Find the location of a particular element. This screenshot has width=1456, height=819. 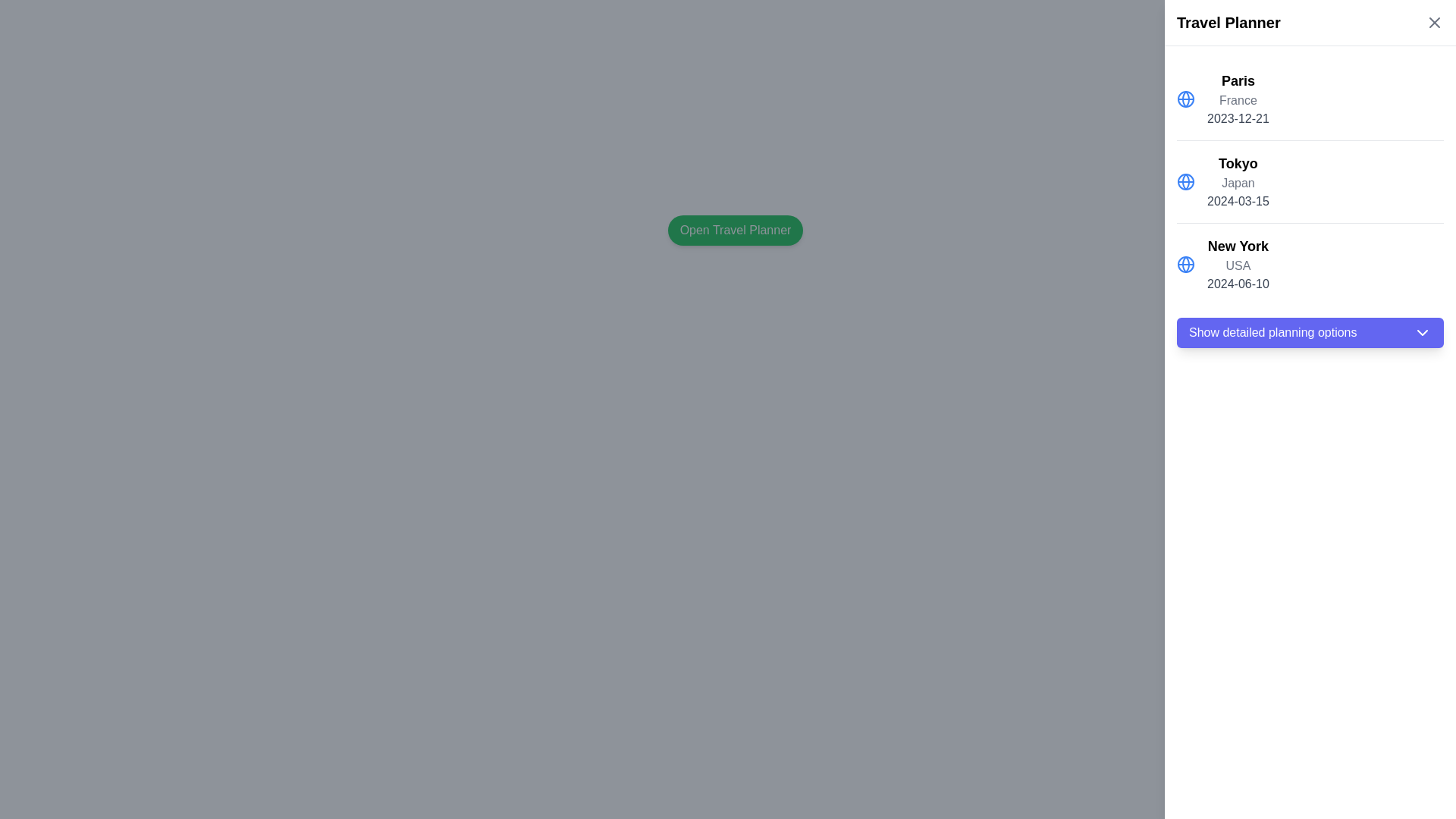

the text label displaying the date '2024-06-10' located in the right-hand panel titled 'Travel Planner', positioned beneath 'USA' and 'New York' is located at coordinates (1238, 284).